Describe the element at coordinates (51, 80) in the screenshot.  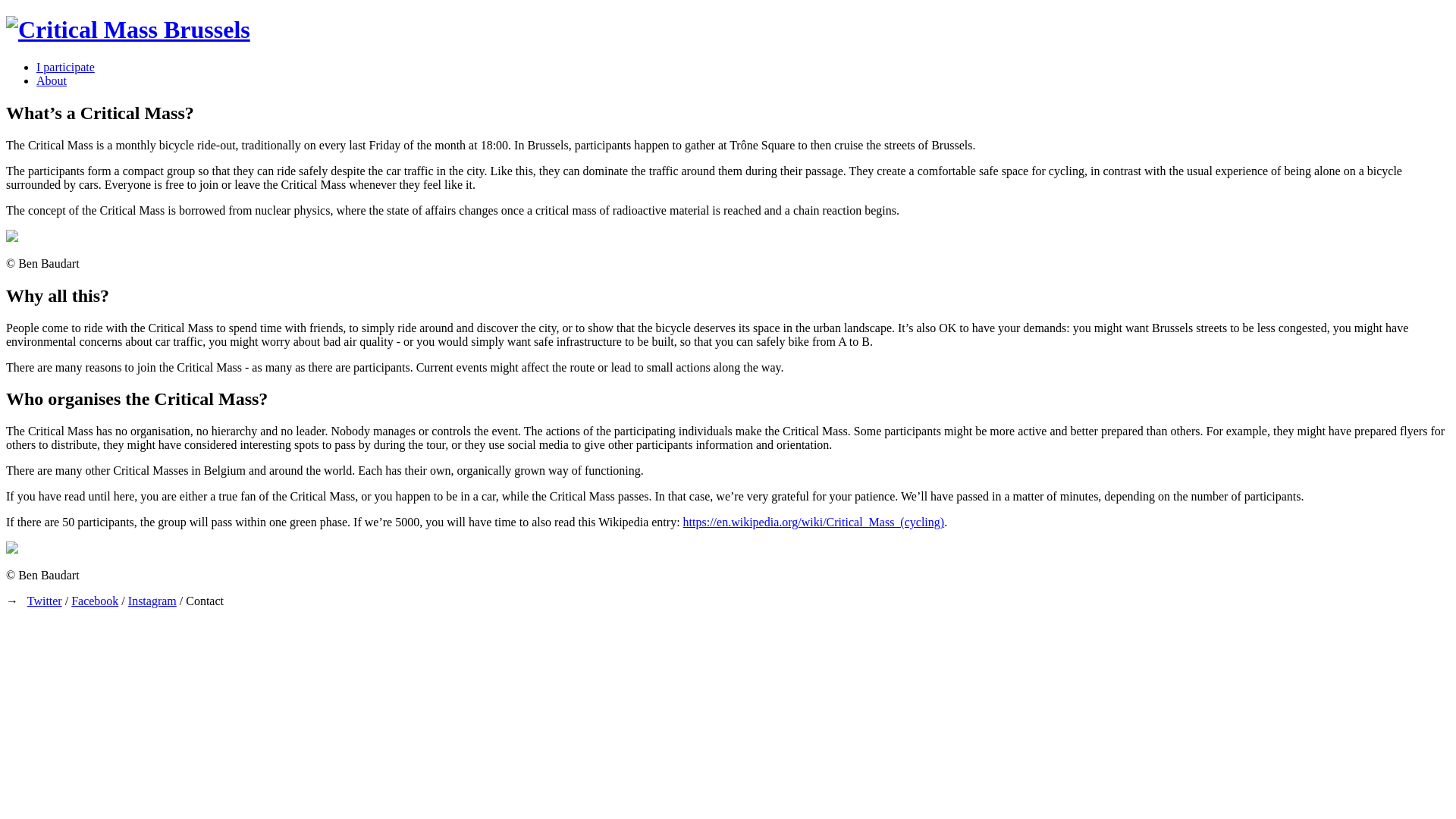
I see `'About'` at that location.